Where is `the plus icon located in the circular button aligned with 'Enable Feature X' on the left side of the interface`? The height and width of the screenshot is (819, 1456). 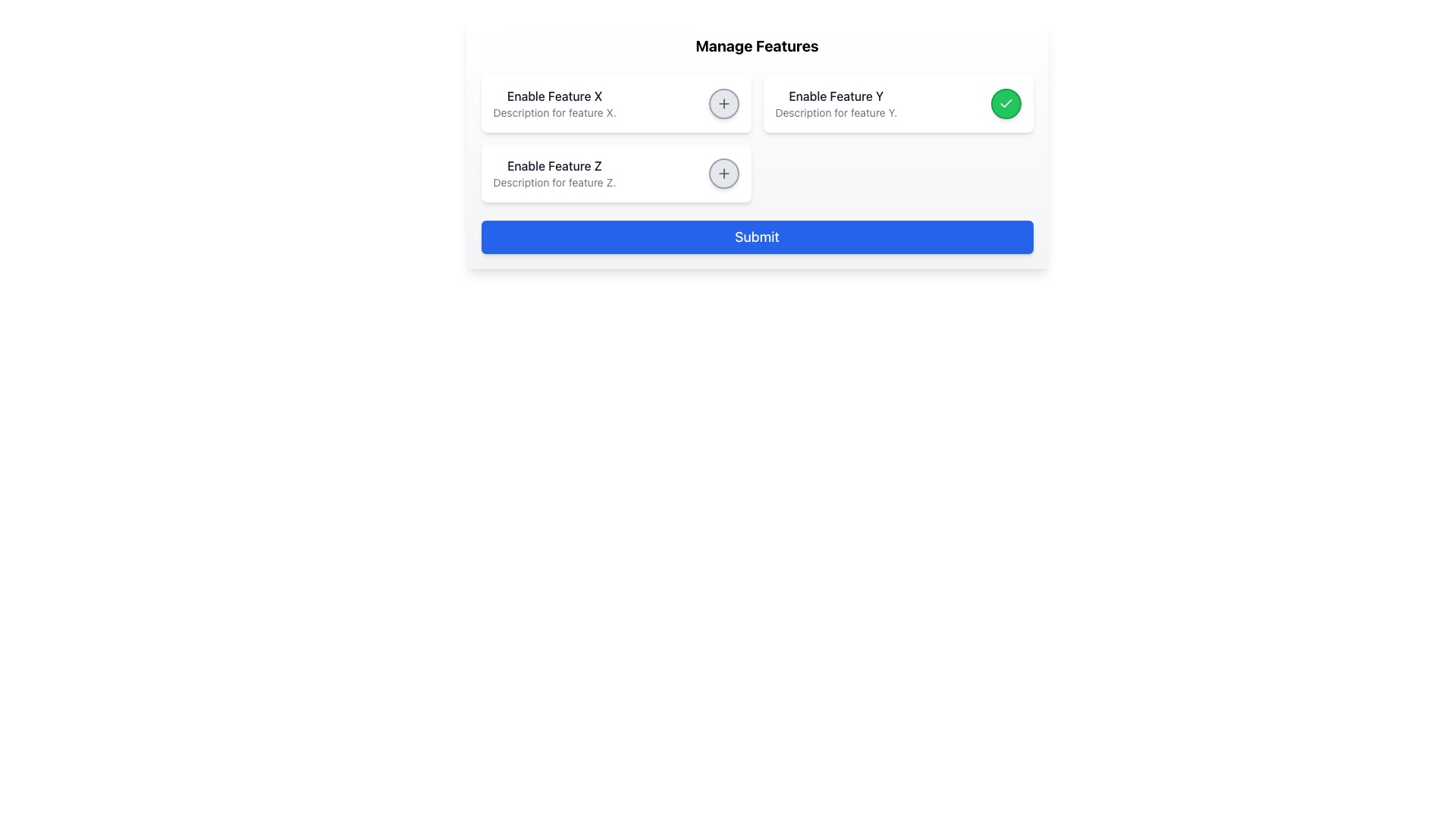 the plus icon located in the circular button aligned with 'Enable Feature X' on the left side of the interface is located at coordinates (723, 172).